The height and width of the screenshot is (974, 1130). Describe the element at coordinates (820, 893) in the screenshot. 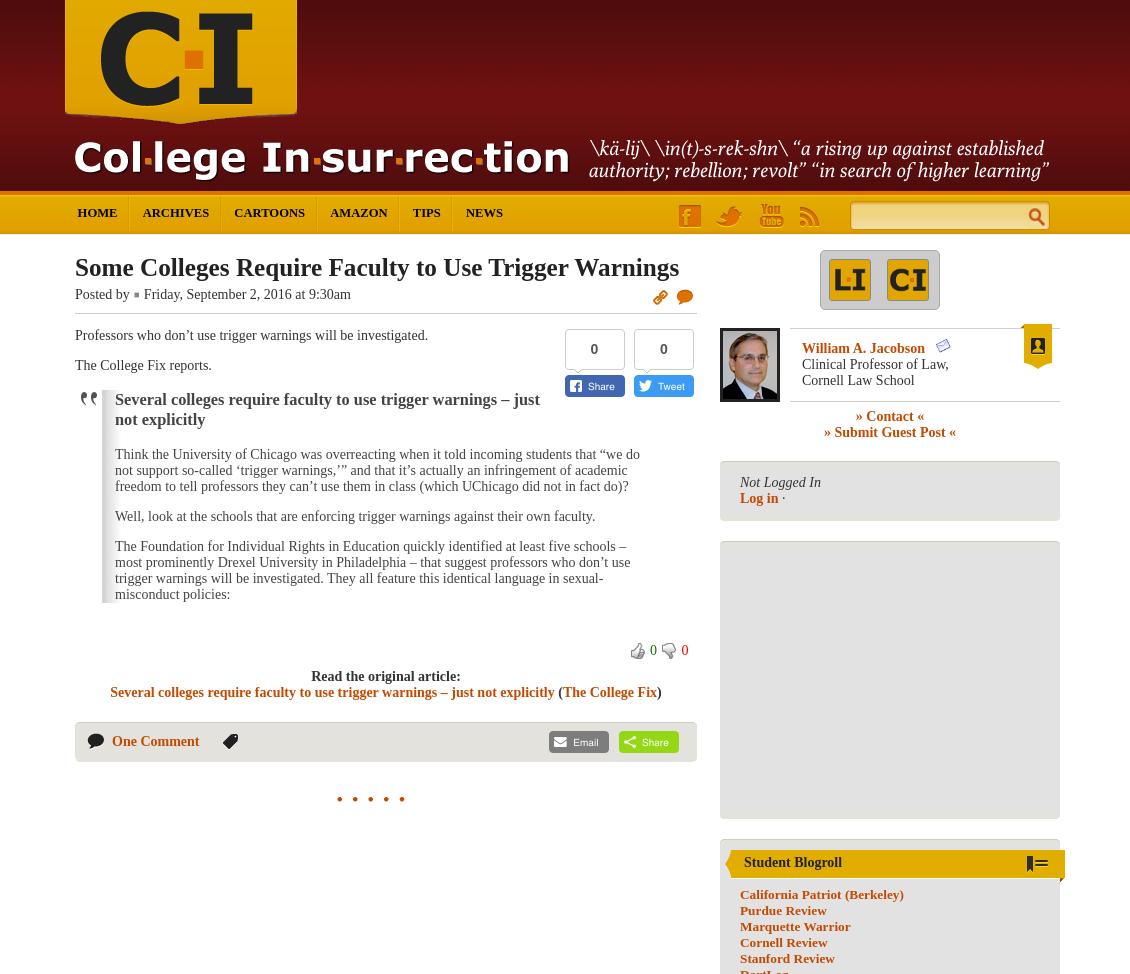

I see `'California Patriot (Berkeley)'` at that location.